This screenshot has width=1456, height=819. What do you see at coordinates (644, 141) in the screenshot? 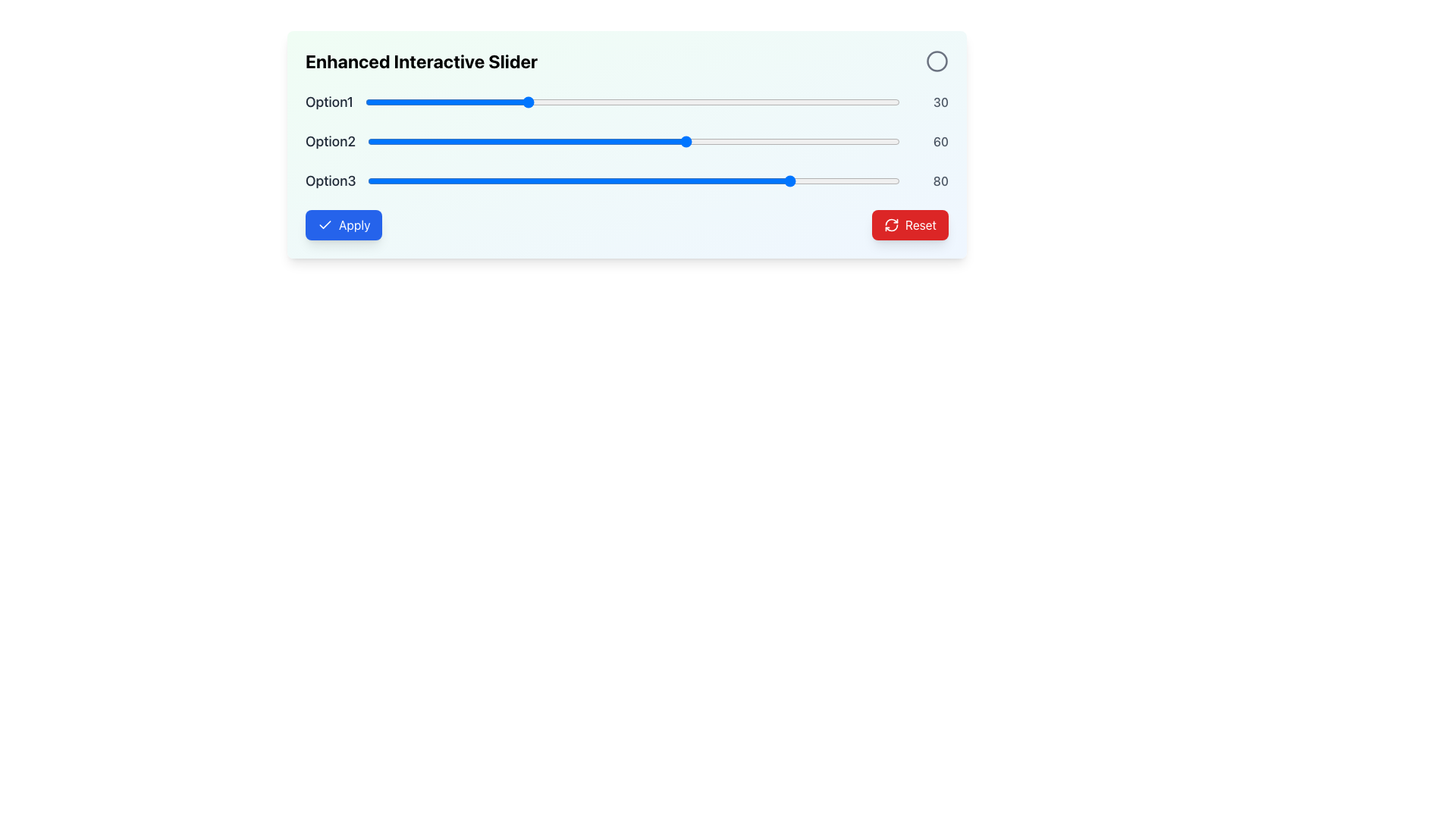
I see `slider` at bounding box center [644, 141].